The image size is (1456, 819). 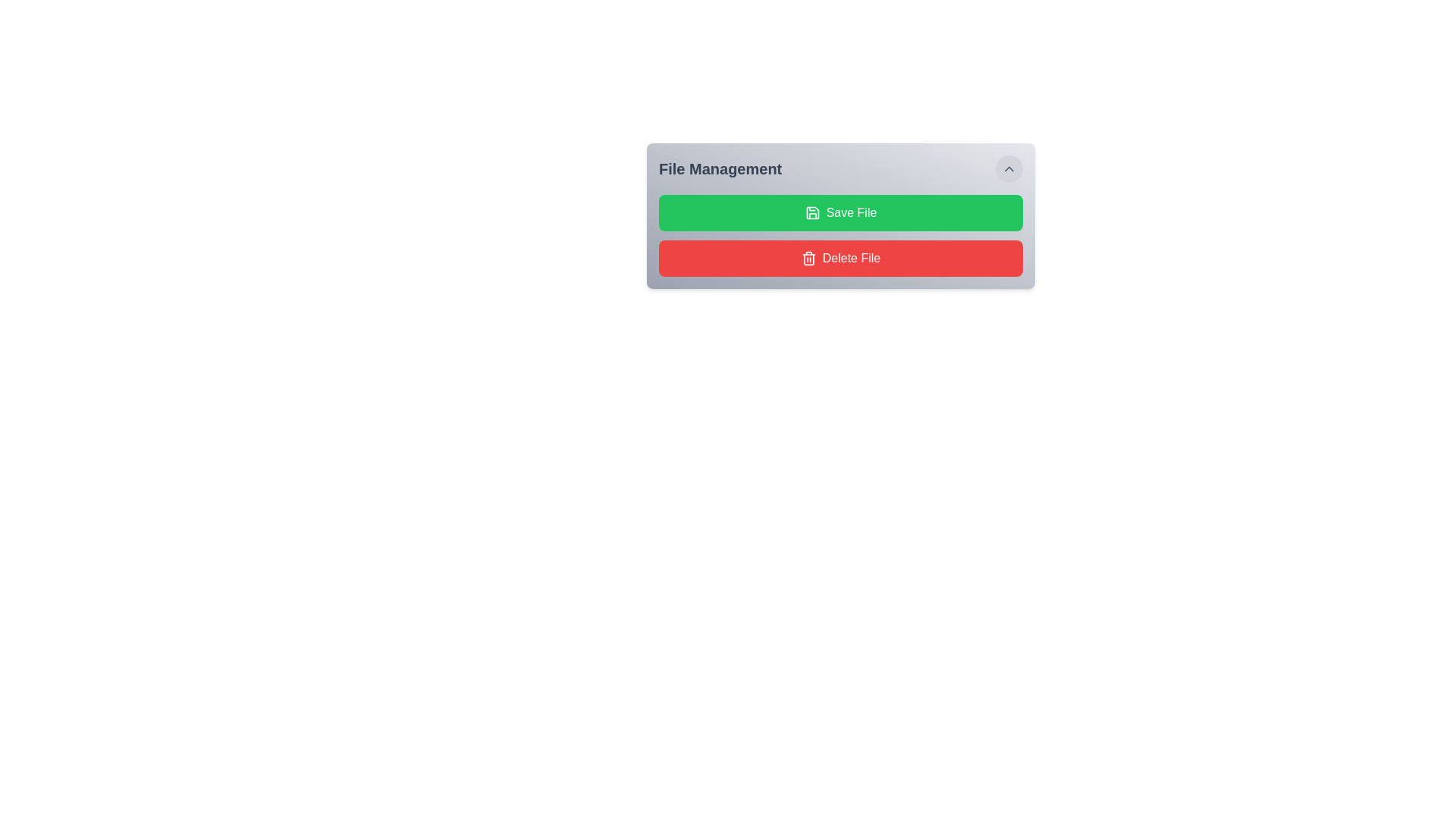 What do you see at coordinates (811, 213) in the screenshot?
I see `the save icon inside the green 'Save File' button located in the 'File Management' section` at bounding box center [811, 213].